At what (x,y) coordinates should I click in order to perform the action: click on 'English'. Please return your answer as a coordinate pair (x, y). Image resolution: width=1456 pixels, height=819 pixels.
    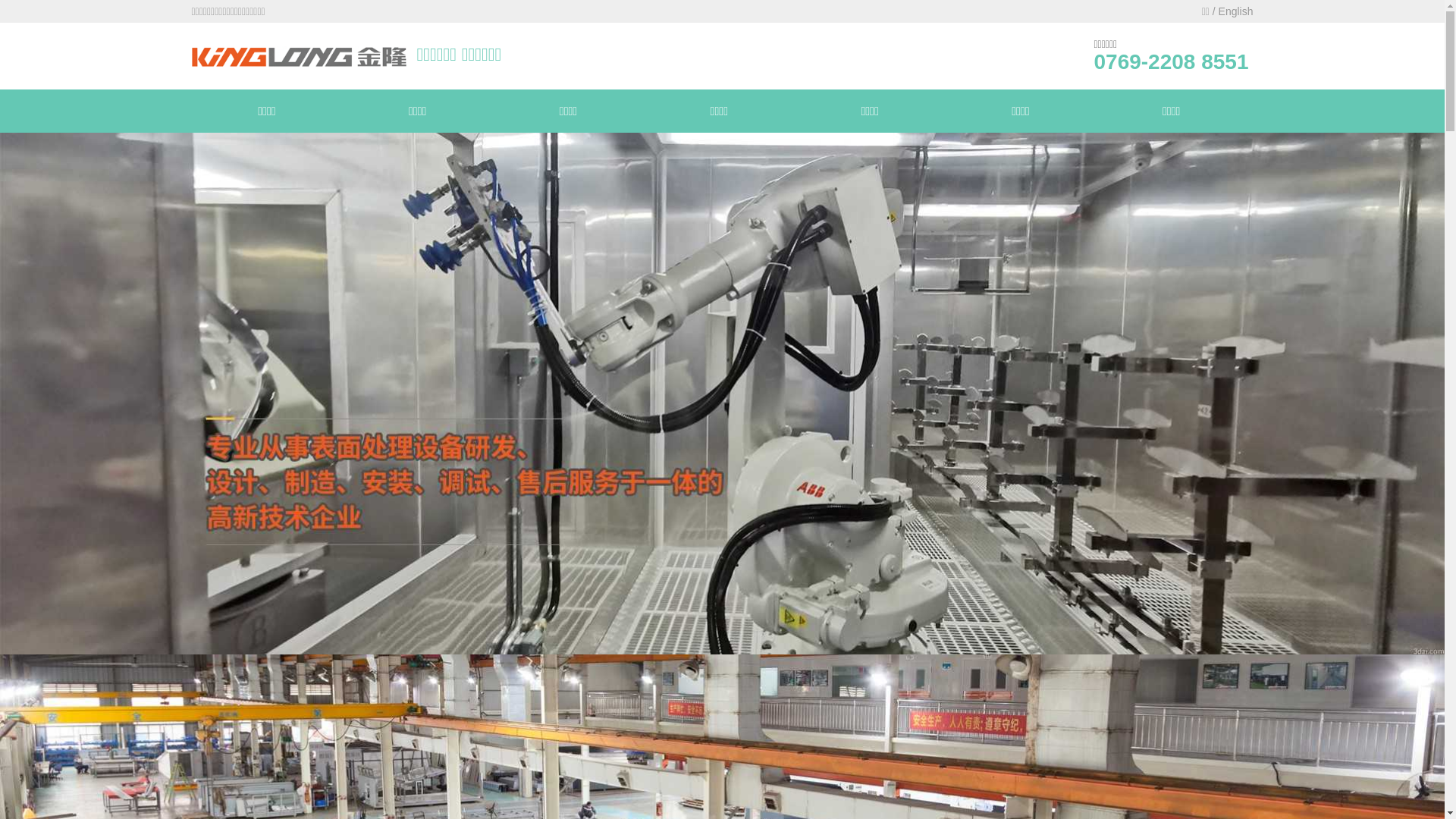
    Looking at the image, I should click on (1236, 11).